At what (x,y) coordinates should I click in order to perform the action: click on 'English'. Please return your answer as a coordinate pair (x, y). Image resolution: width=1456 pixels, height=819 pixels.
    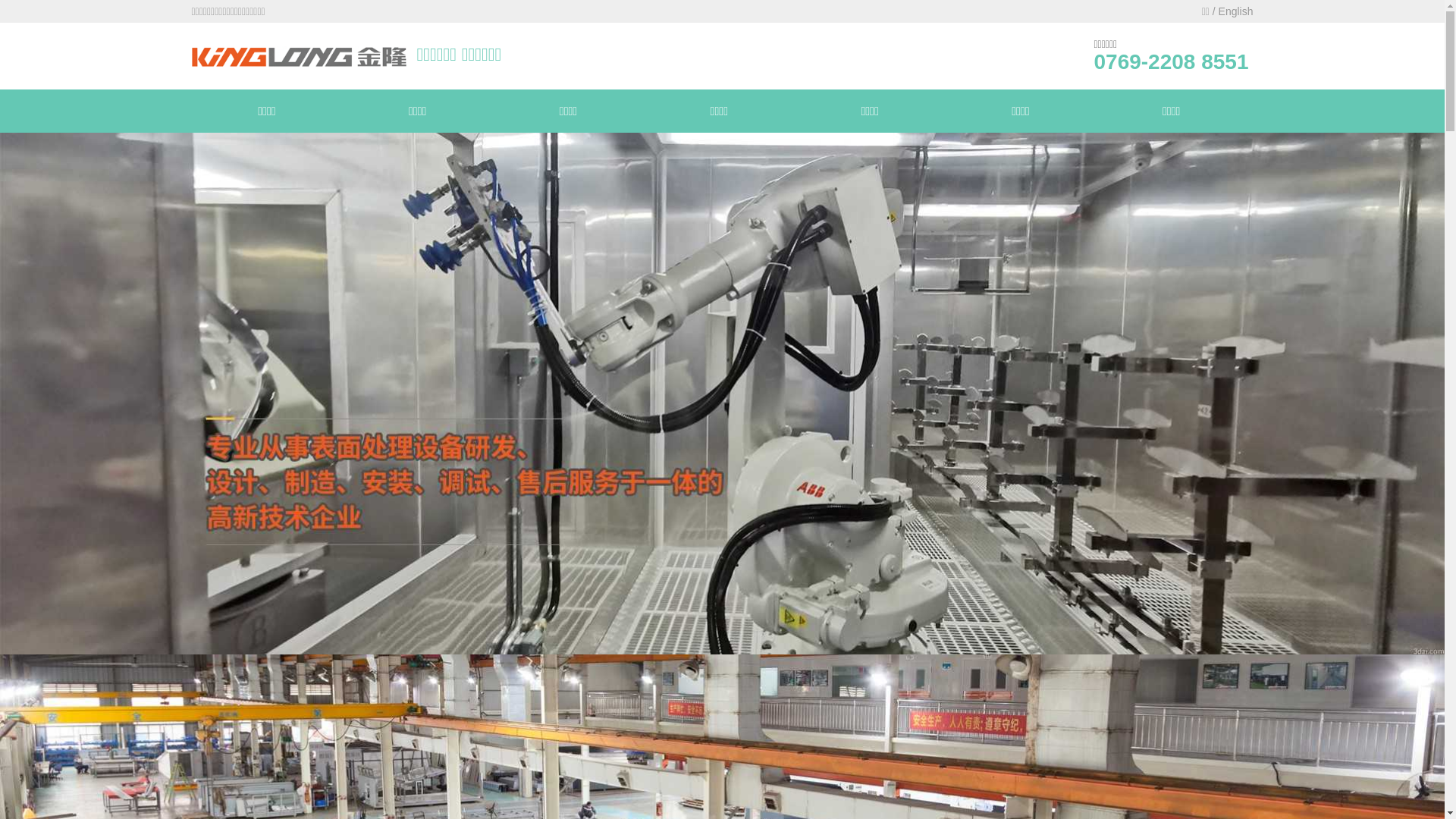
    Looking at the image, I should click on (1236, 11).